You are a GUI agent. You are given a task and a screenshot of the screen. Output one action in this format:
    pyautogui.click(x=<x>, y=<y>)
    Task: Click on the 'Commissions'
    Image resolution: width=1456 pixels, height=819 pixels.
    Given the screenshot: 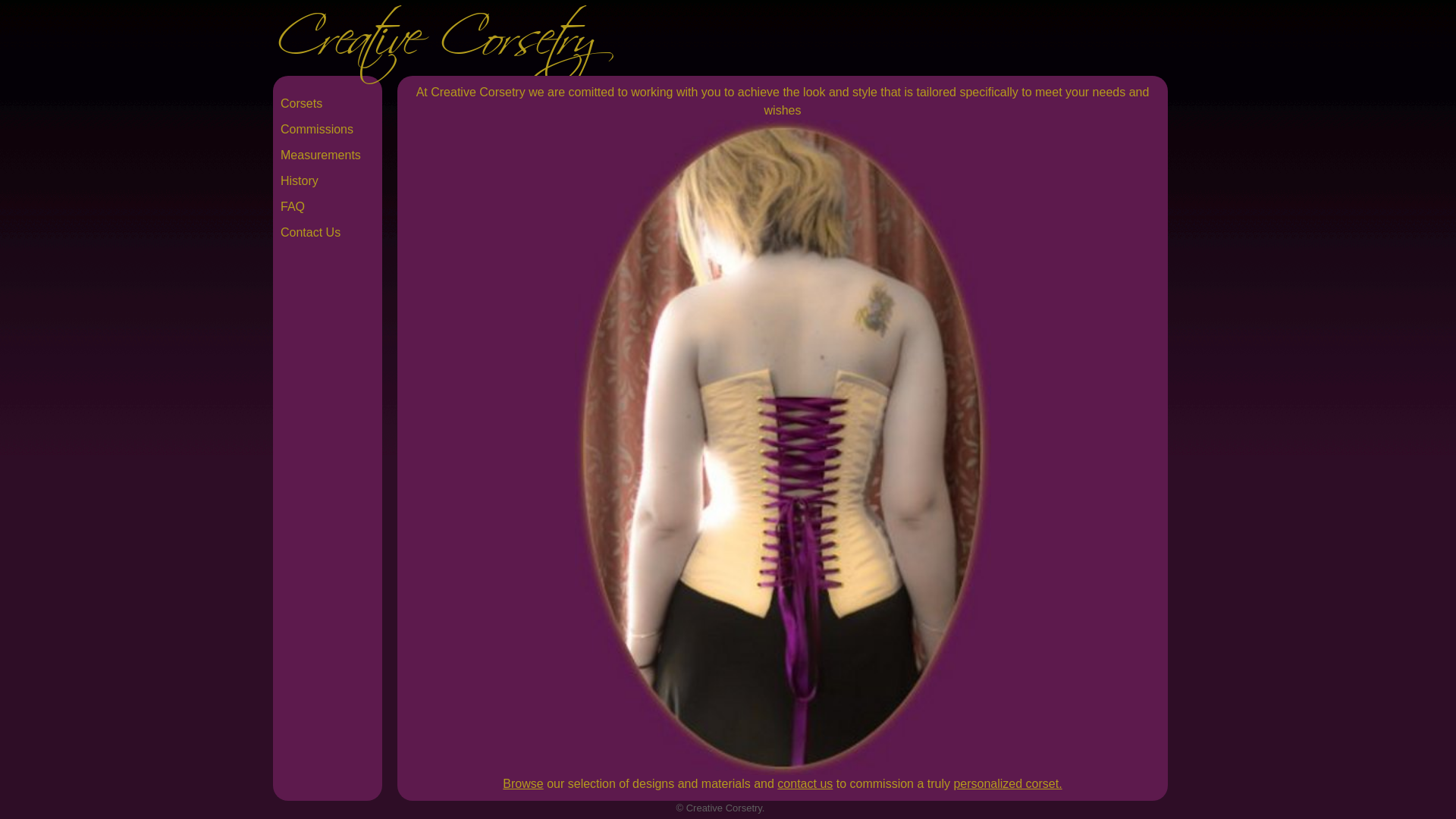 What is the action you would take?
    pyautogui.click(x=327, y=128)
    